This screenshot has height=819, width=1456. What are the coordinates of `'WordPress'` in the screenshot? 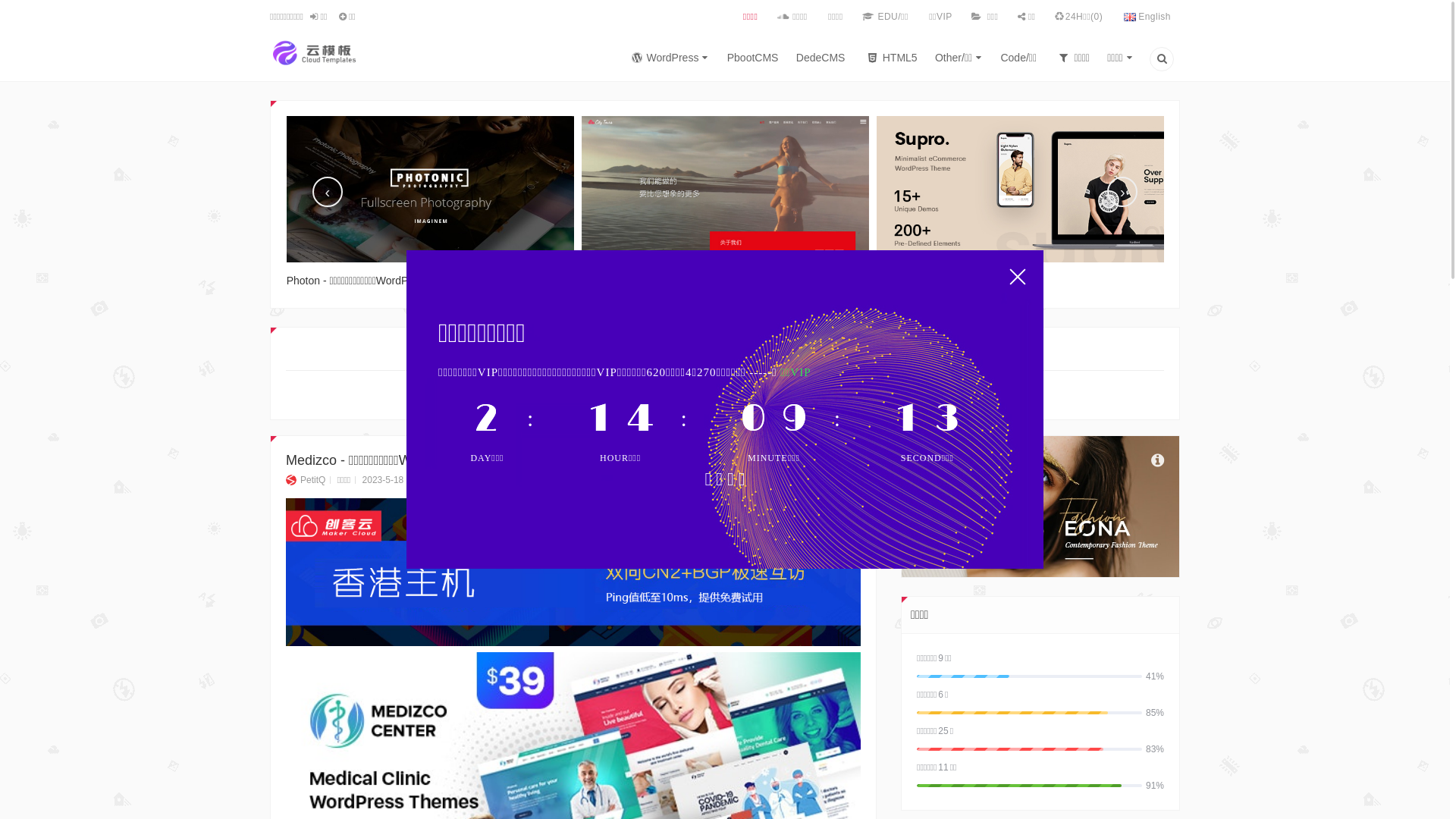 It's located at (667, 60).